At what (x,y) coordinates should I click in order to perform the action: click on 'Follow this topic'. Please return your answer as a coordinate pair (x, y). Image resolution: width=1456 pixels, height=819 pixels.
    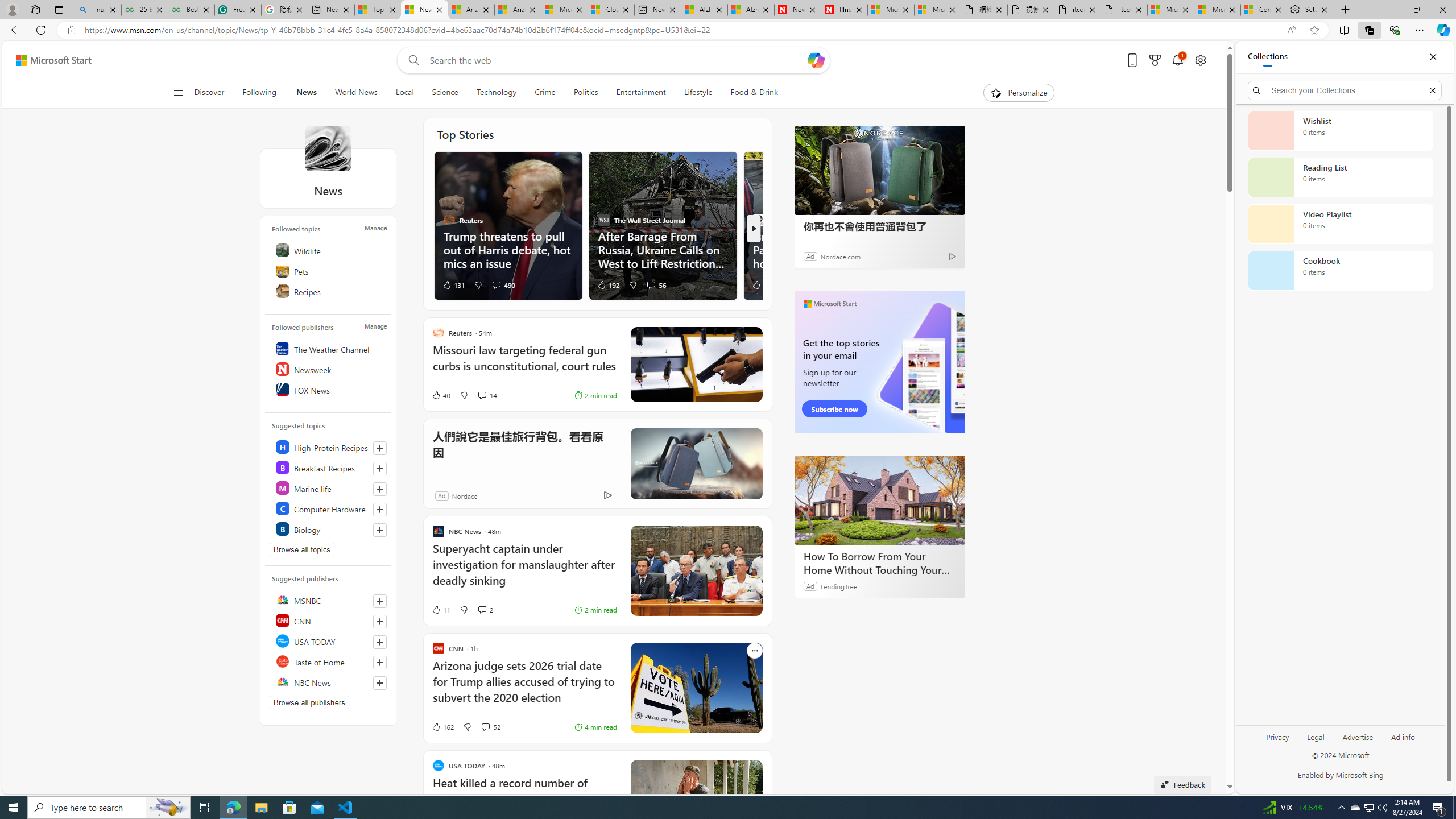
    Looking at the image, I should click on (380, 529).